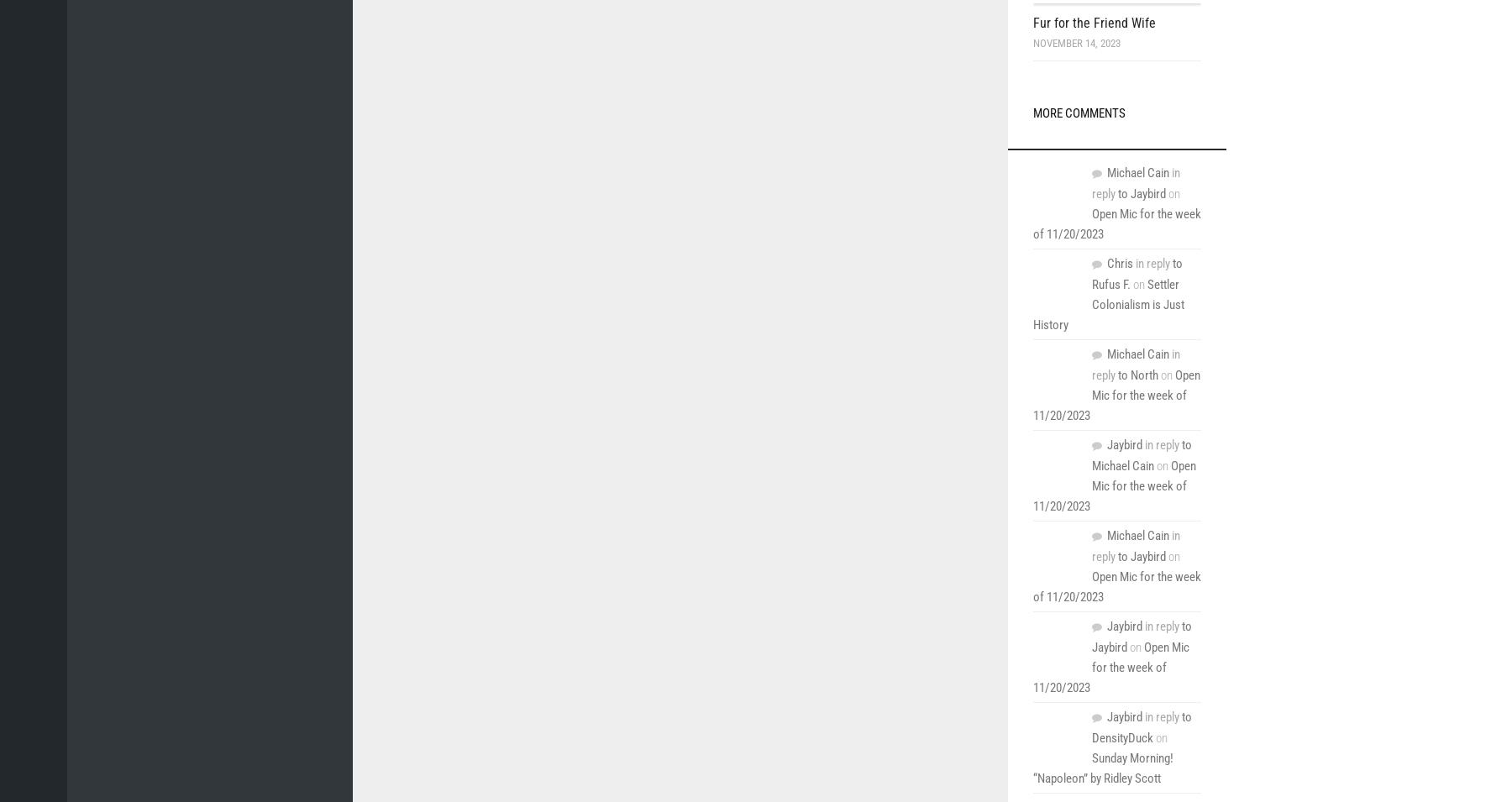 The width and height of the screenshot is (1512, 802). Describe the element at coordinates (1079, 113) in the screenshot. I see `'More Comments'` at that location.